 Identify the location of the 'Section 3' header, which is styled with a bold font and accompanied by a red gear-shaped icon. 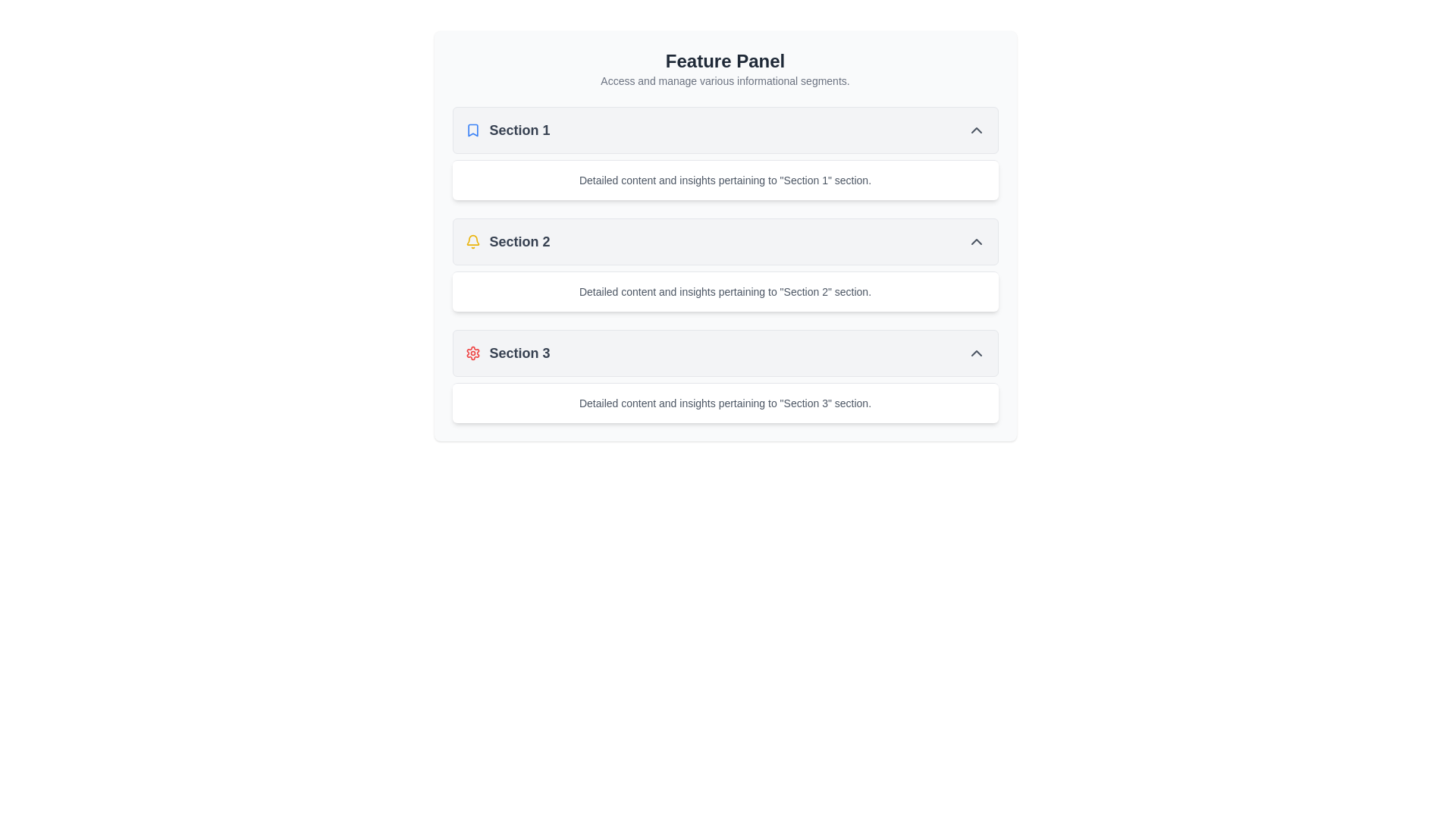
(507, 353).